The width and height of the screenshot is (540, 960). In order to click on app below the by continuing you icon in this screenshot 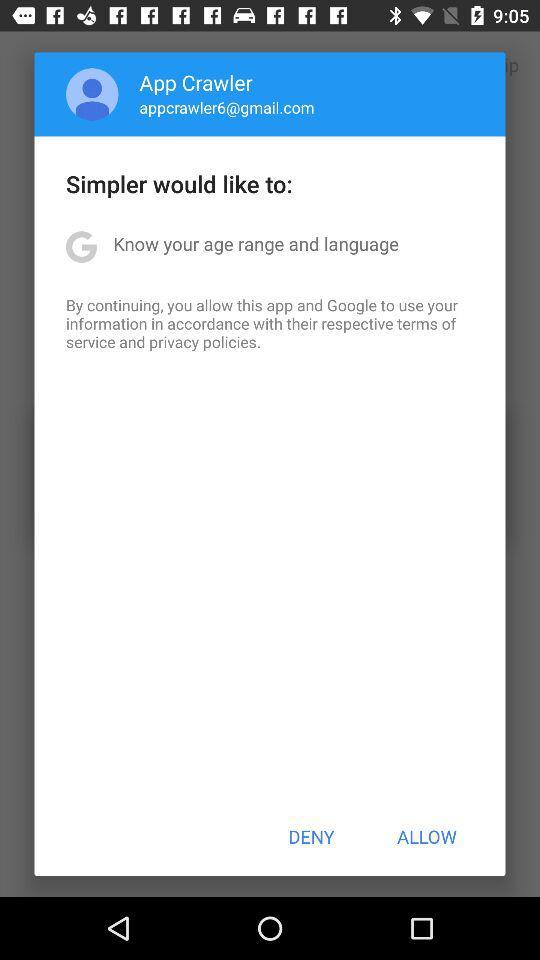, I will do `click(311, 836)`.